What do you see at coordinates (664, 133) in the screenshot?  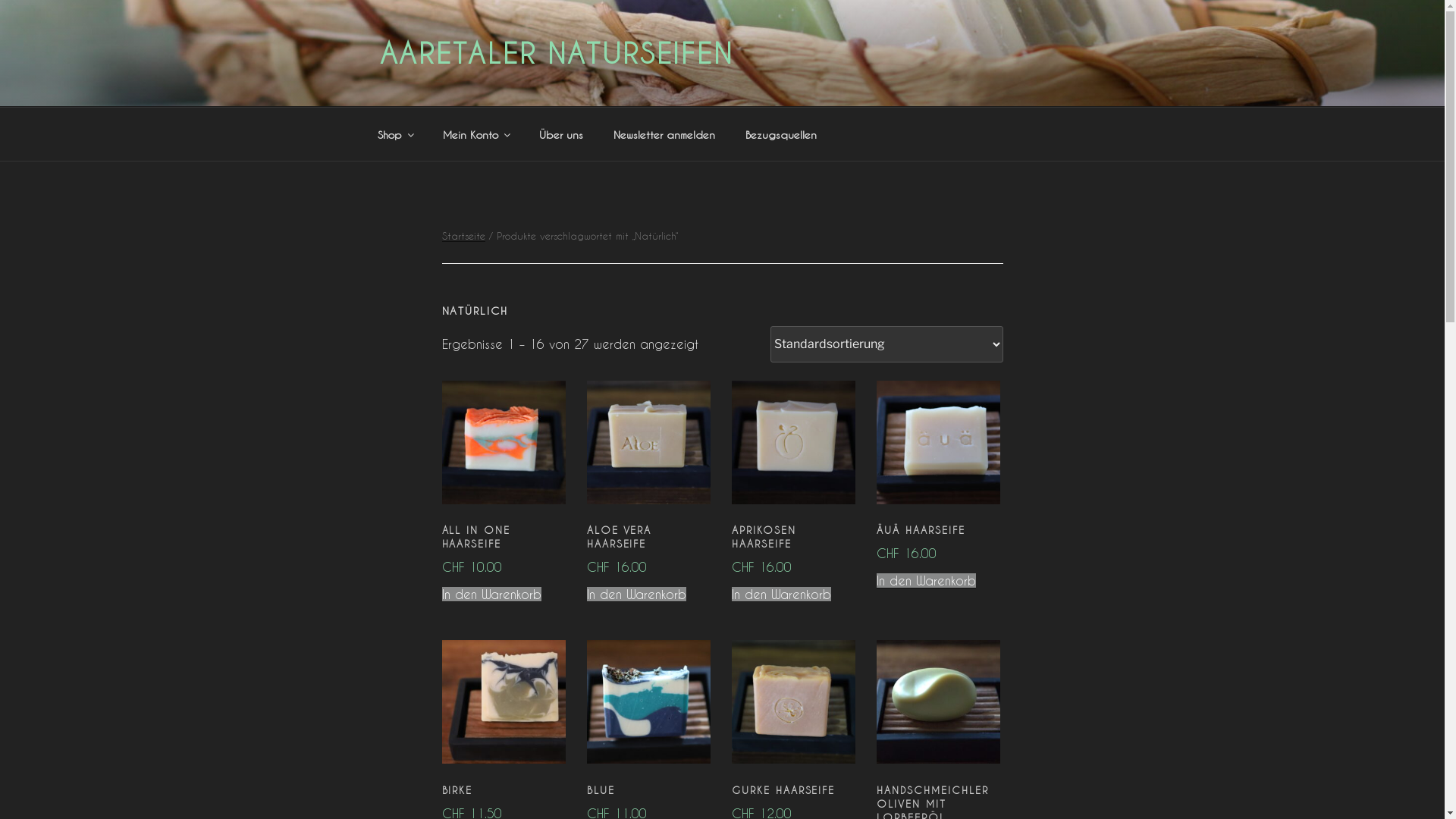 I see `'Newsletter anmelden'` at bounding box center [664, 133].